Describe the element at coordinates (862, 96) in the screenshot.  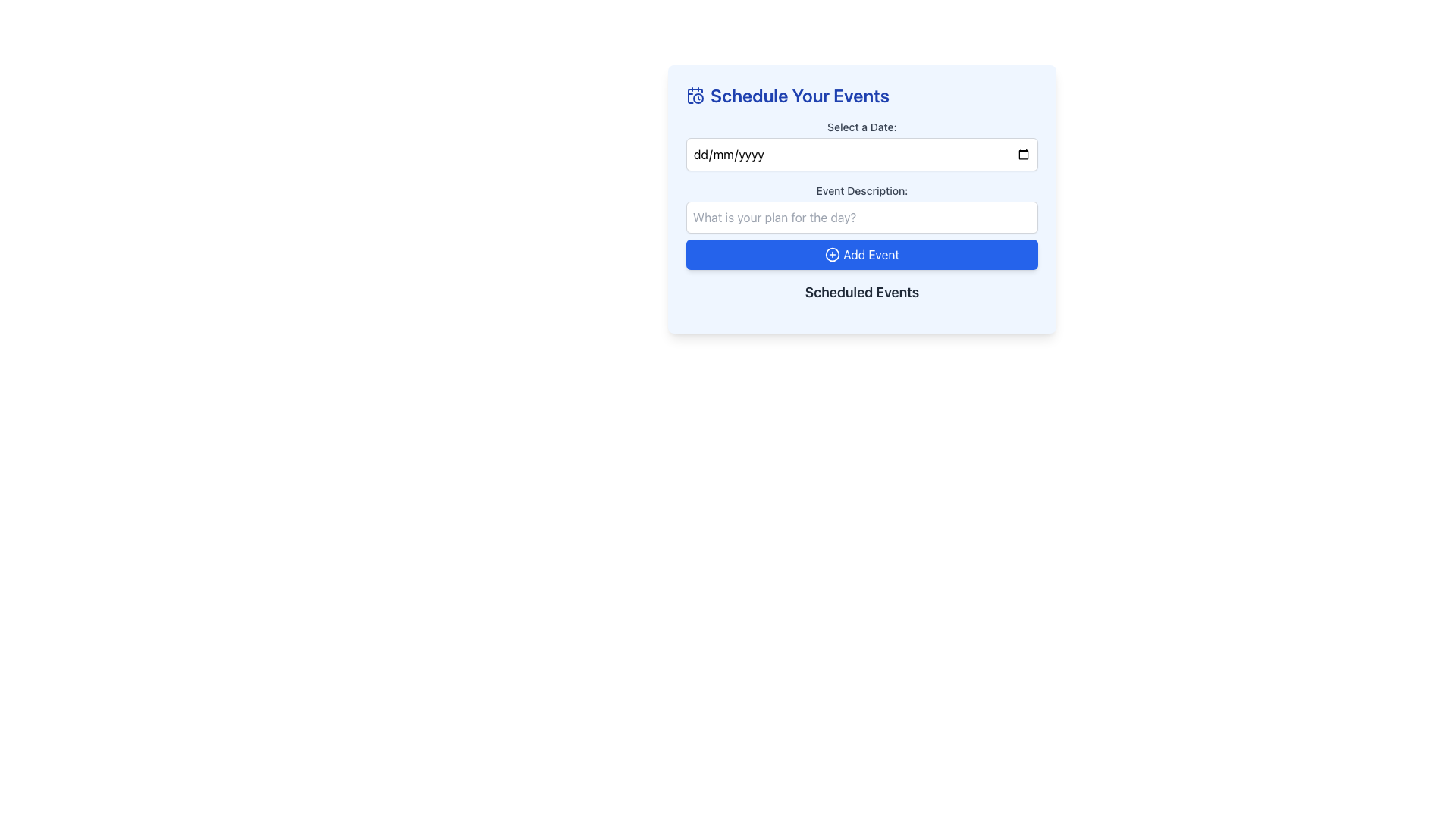
I see `the text header that says 'Schedule Your Events', which is styled in a large bold font and centered at the top of its section` at that location.